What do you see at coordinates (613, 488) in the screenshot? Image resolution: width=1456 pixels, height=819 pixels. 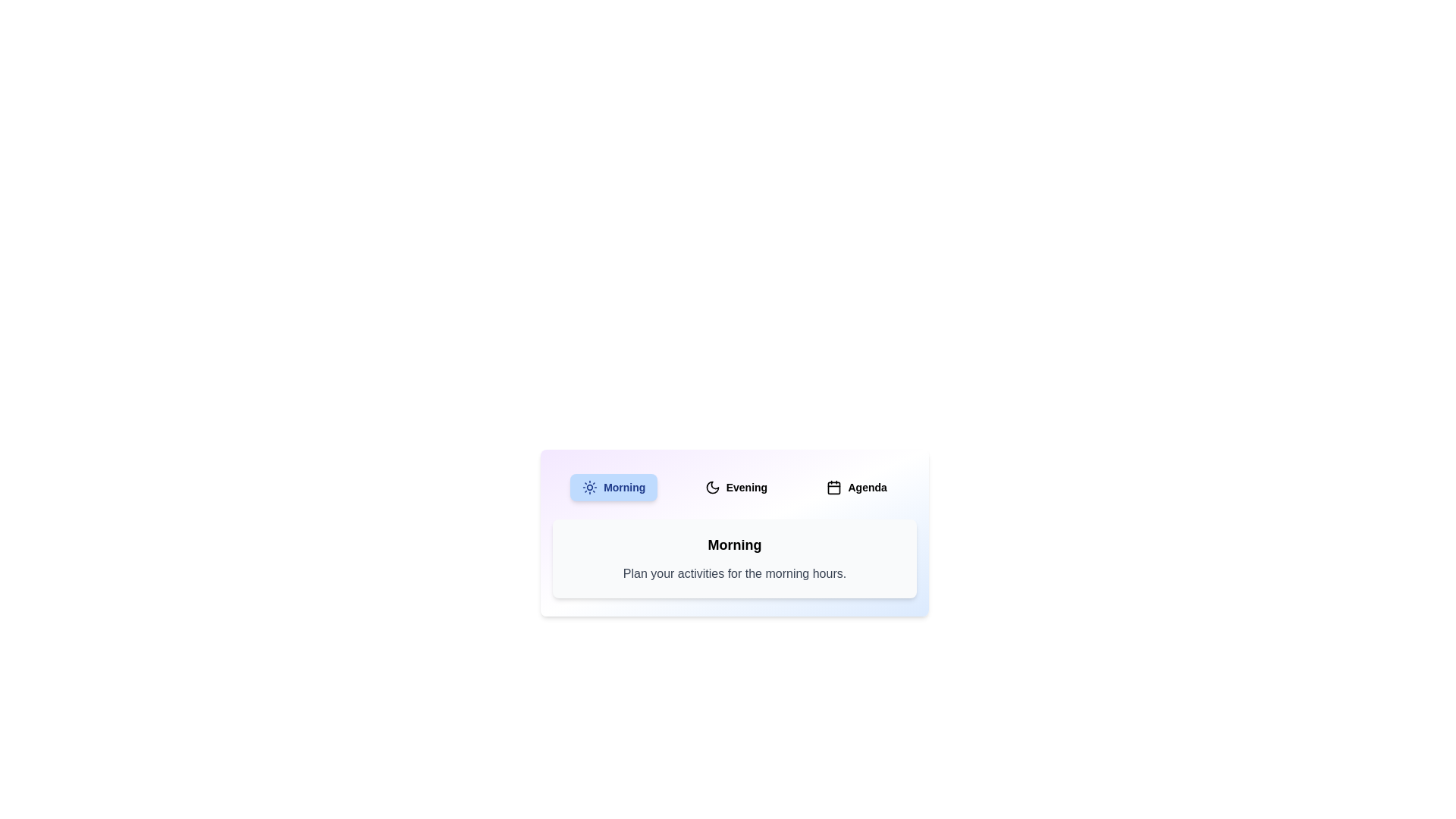 I see `the Morning tab by clicking on its corresponding button` at bounding box center [613, 488].